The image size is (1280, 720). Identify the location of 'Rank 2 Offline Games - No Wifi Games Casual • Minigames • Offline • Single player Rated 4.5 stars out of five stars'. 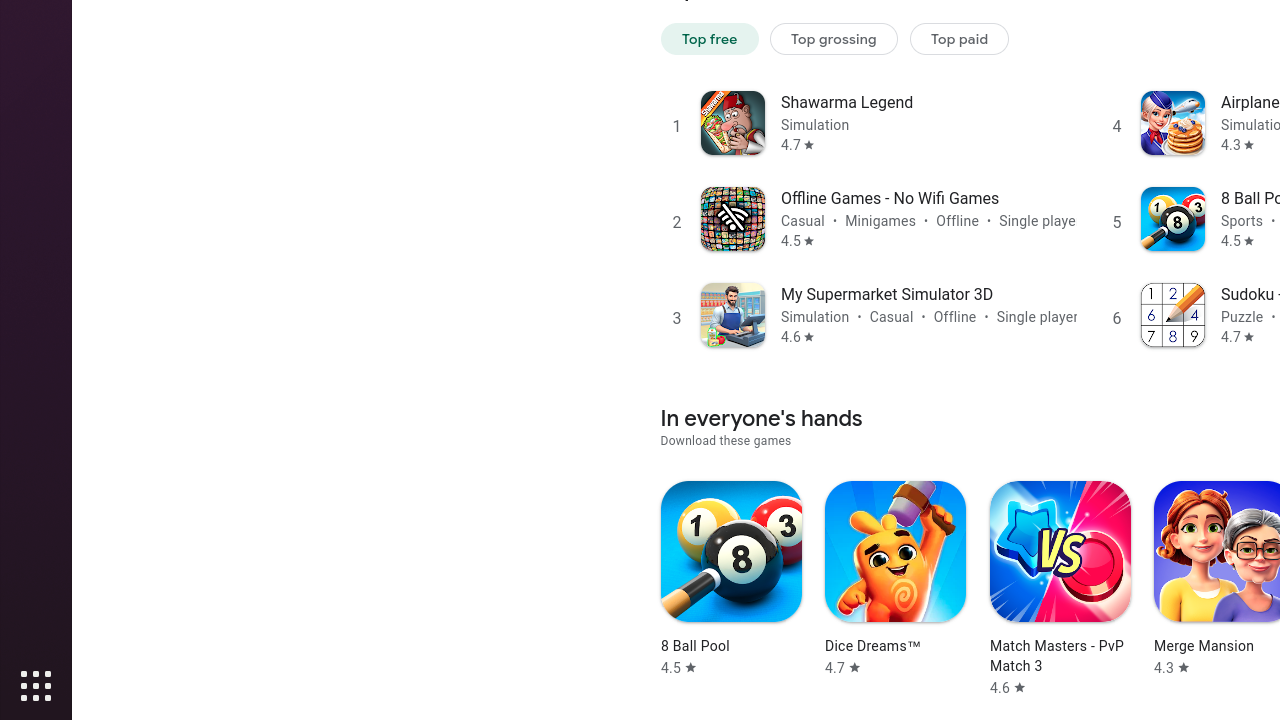
(868, 218).